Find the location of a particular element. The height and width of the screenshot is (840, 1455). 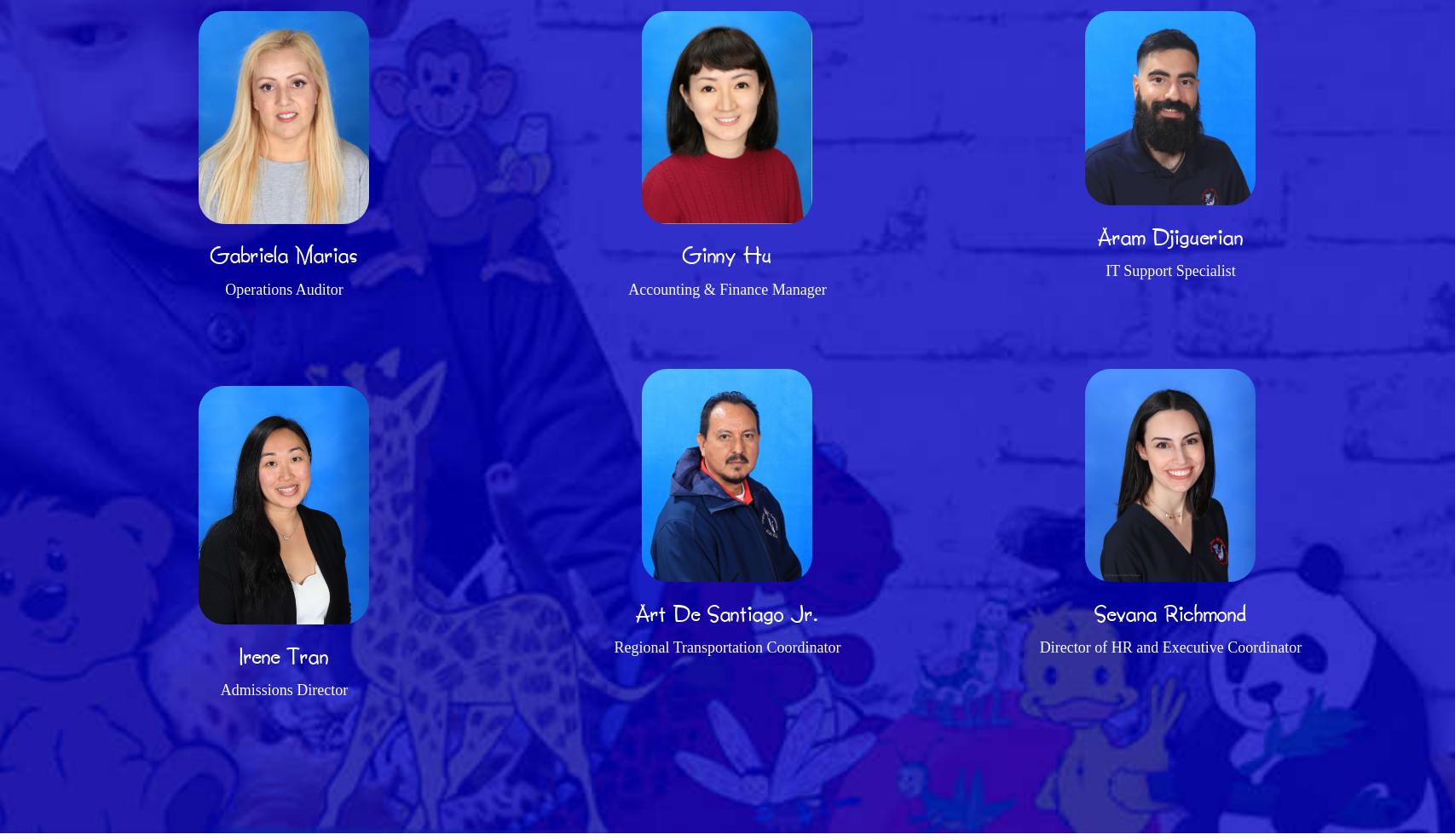

'Ginny Hu' is located at coordinates (726, 254).